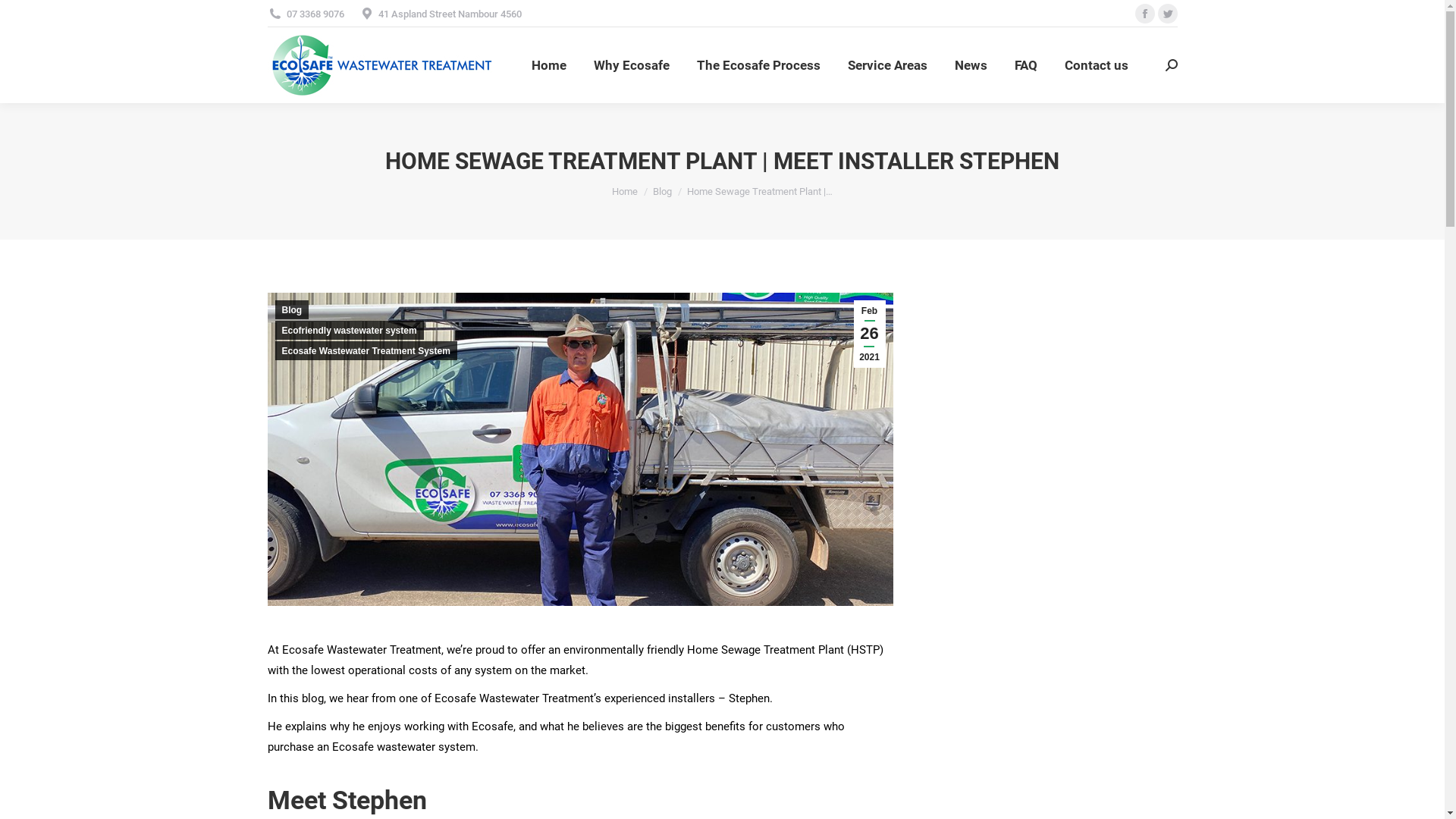 Image resolution: width=1456 pixels, height=819 pixels. Describe the element at coordinates (662, 190) in the screenshot. I see `'Blog'` at that location.